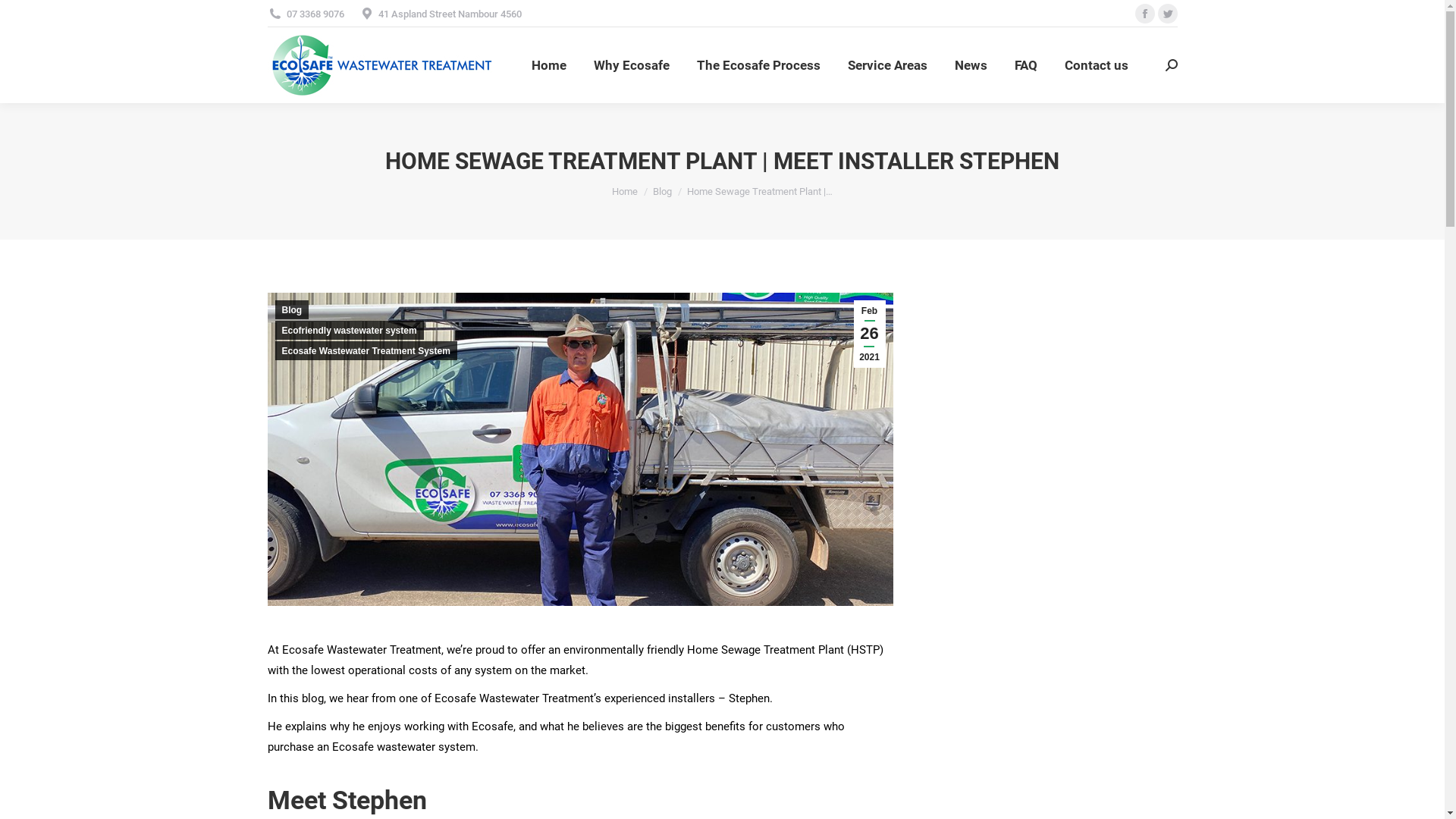 Image resolution: width=1456 pixels, height=819 pixels. Describe the element at coordinates (662, 190) in the screenshot. I see `'Blog'` at that location.